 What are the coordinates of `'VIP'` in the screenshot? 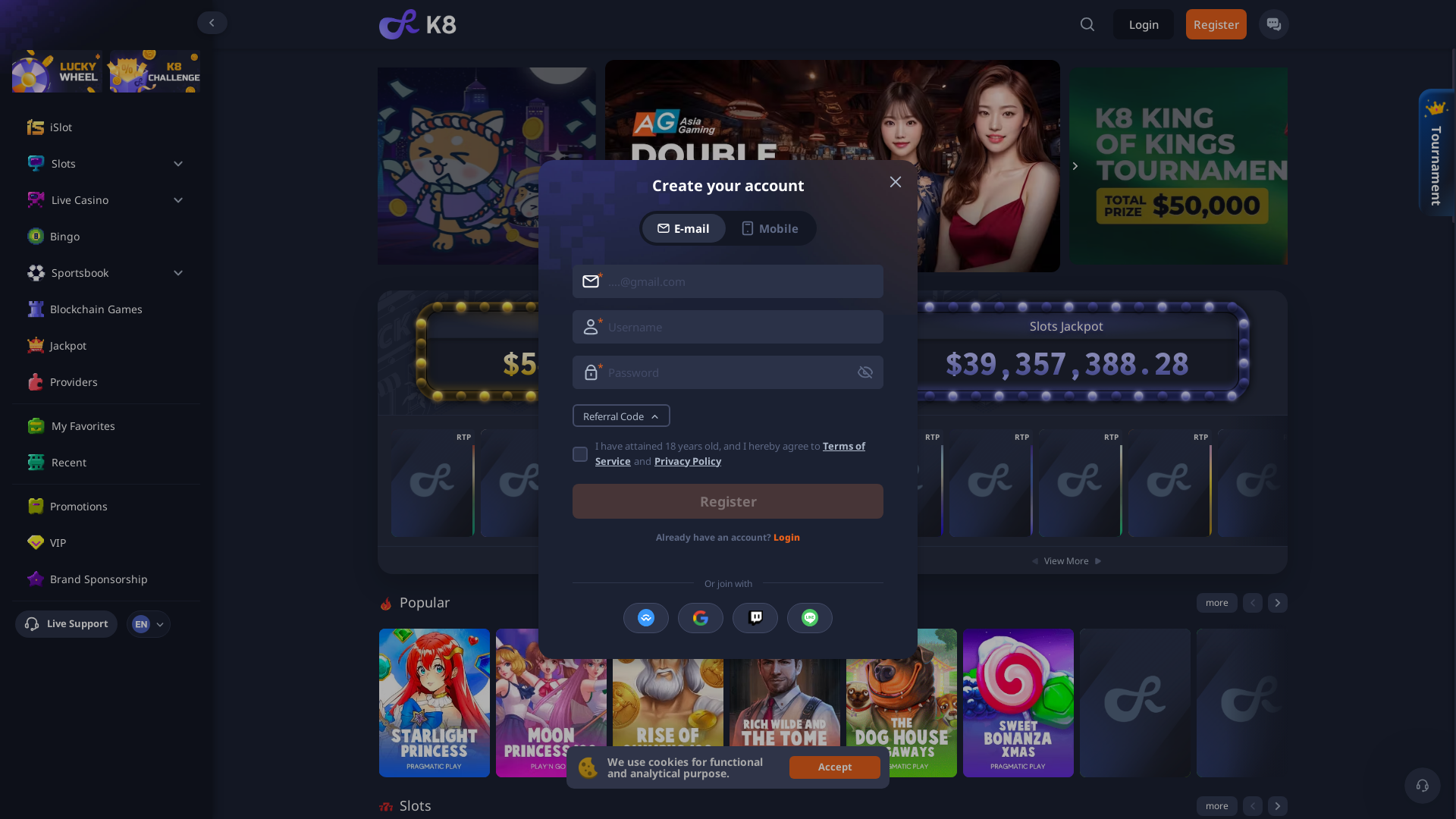 It's located at (116, 542).